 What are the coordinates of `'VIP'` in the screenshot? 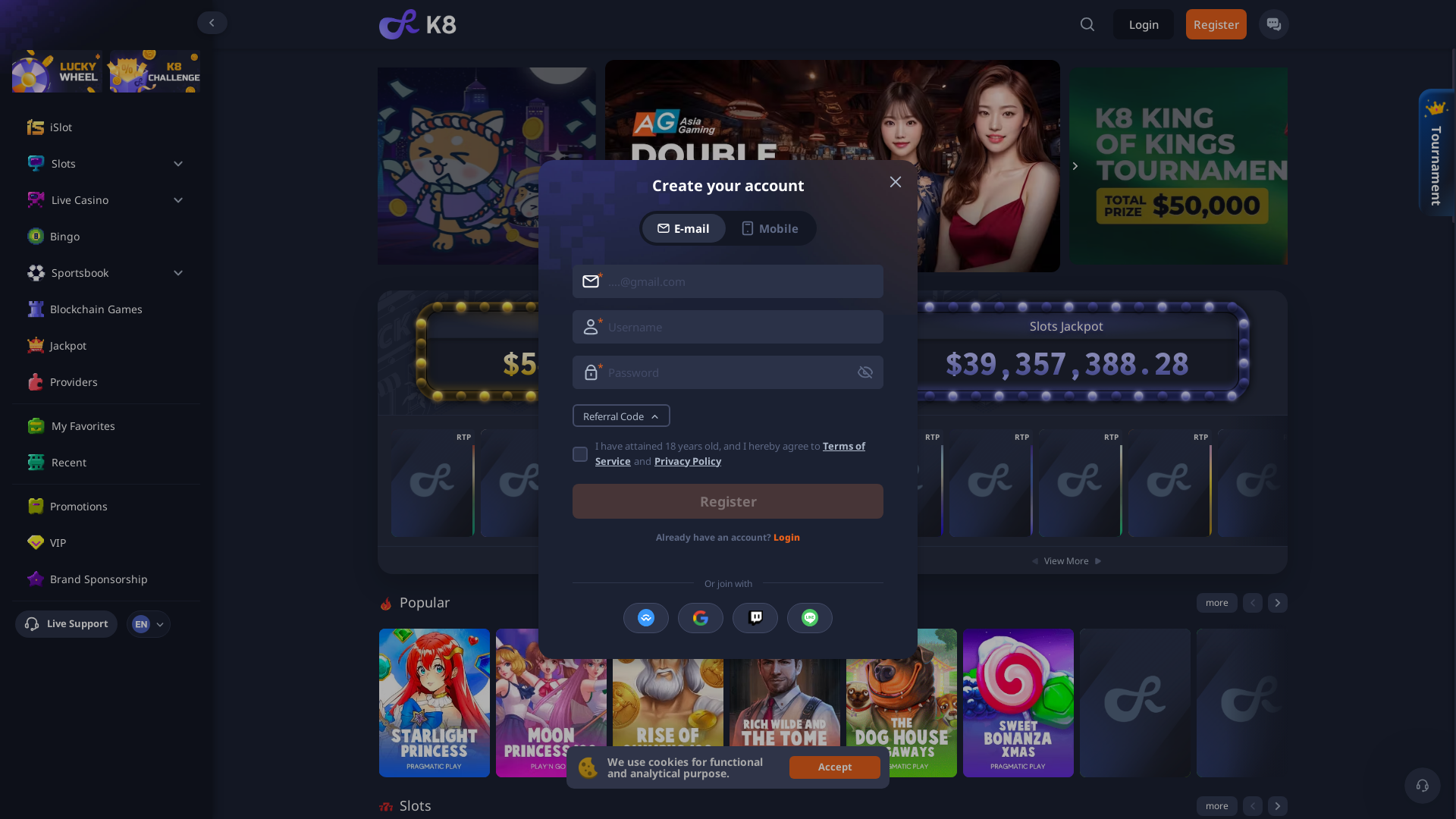 It's located at (116, 542).